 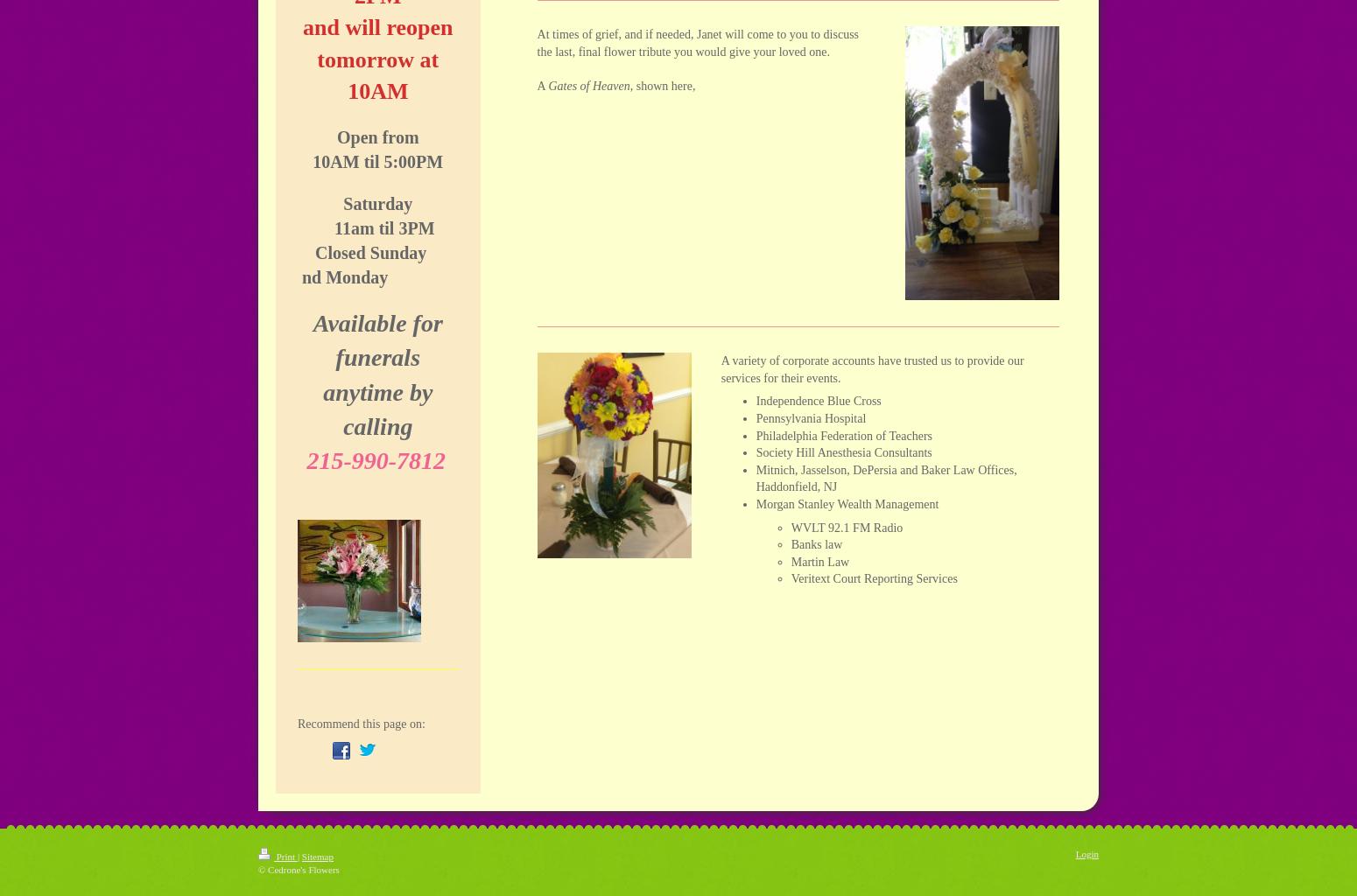 What do you see at coordinates (295, 856) in the screenshot?
I see `'|'` at bounding box center [295, 856].